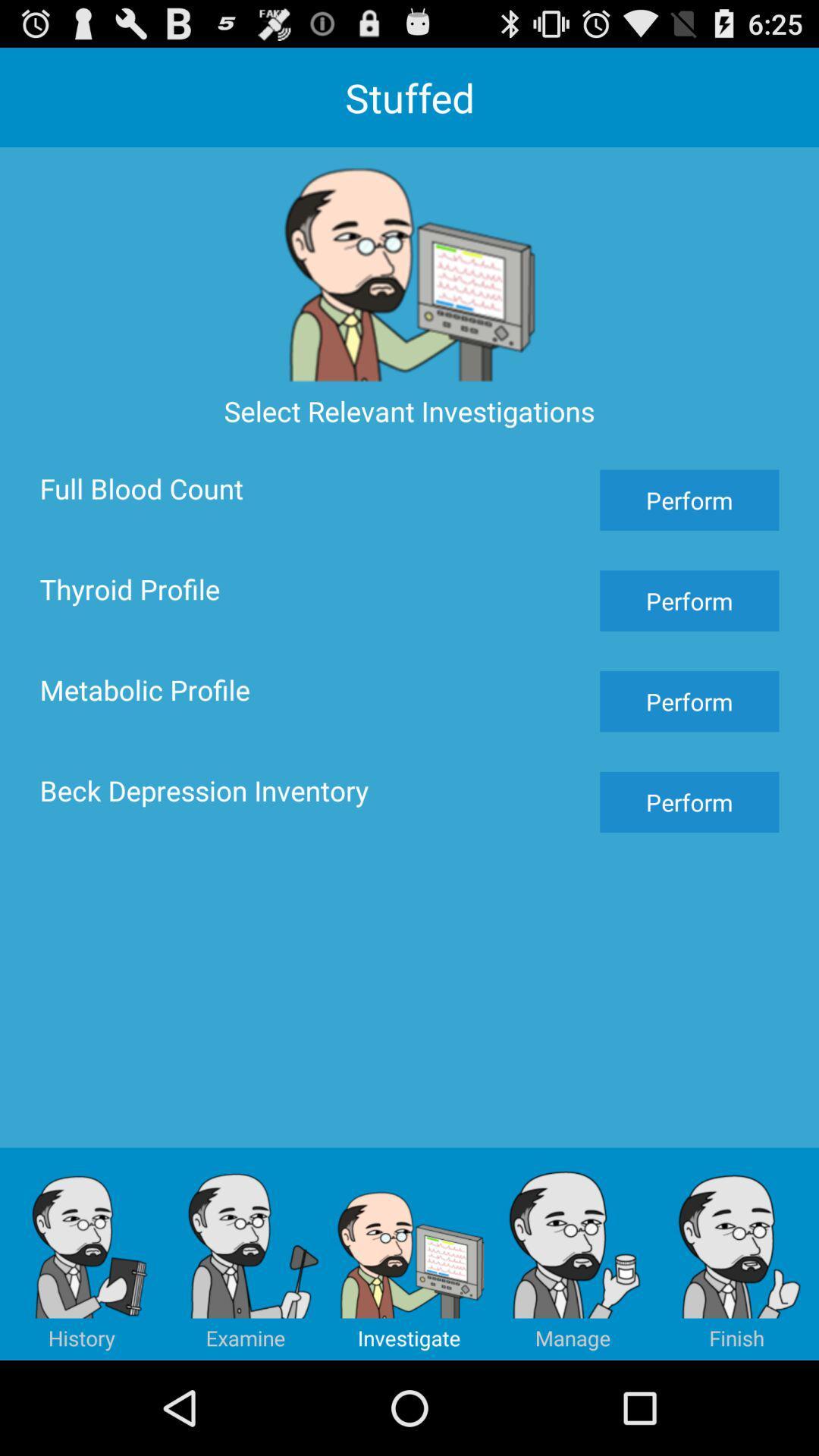 This screenshot has width=819, height=1456. I want to click on item below beck depression inventory item, so click(82, 1254).